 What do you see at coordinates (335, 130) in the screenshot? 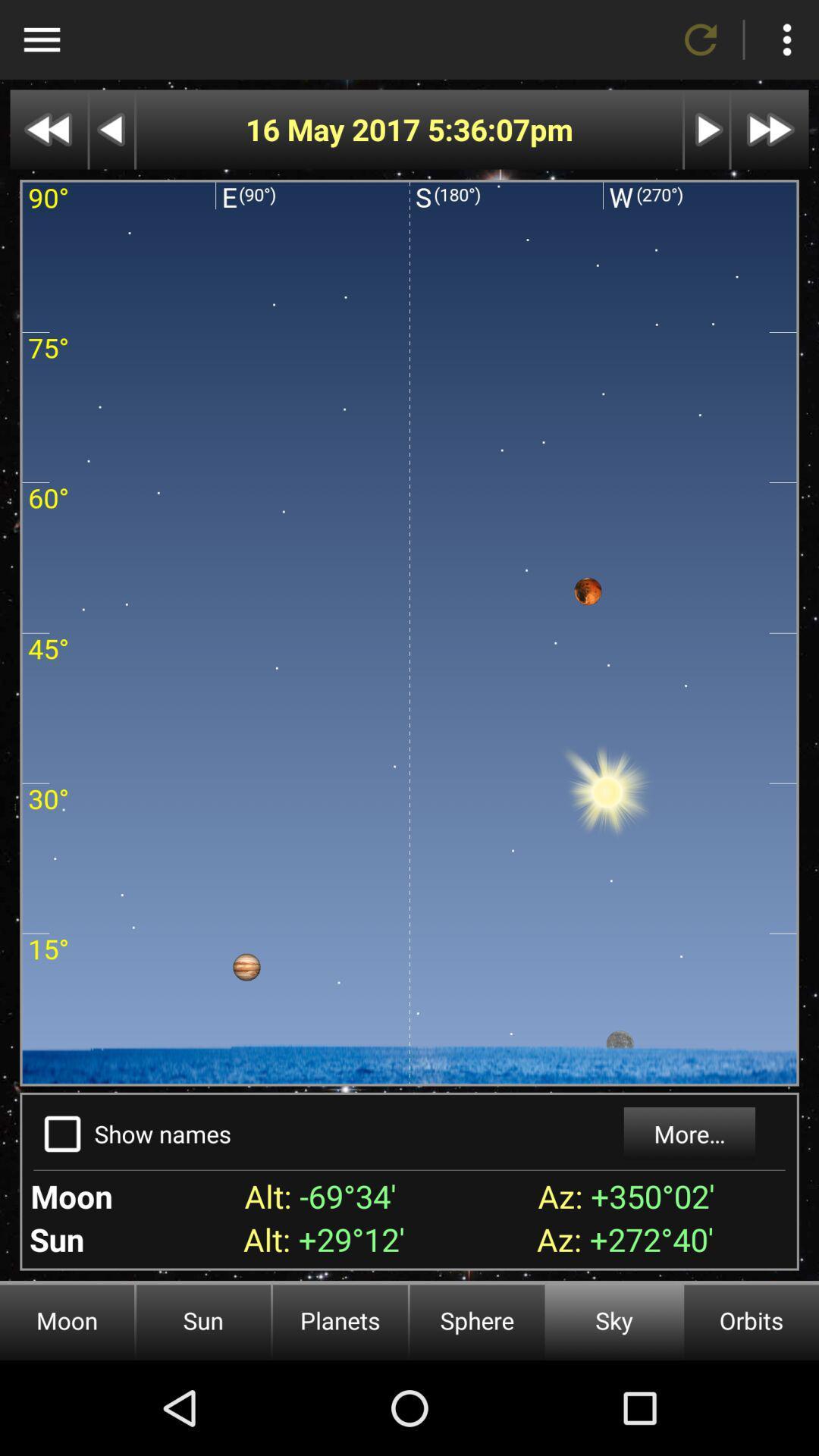
I see `app to the left of the 5:36:07 app` at bounding box center [335, 130].